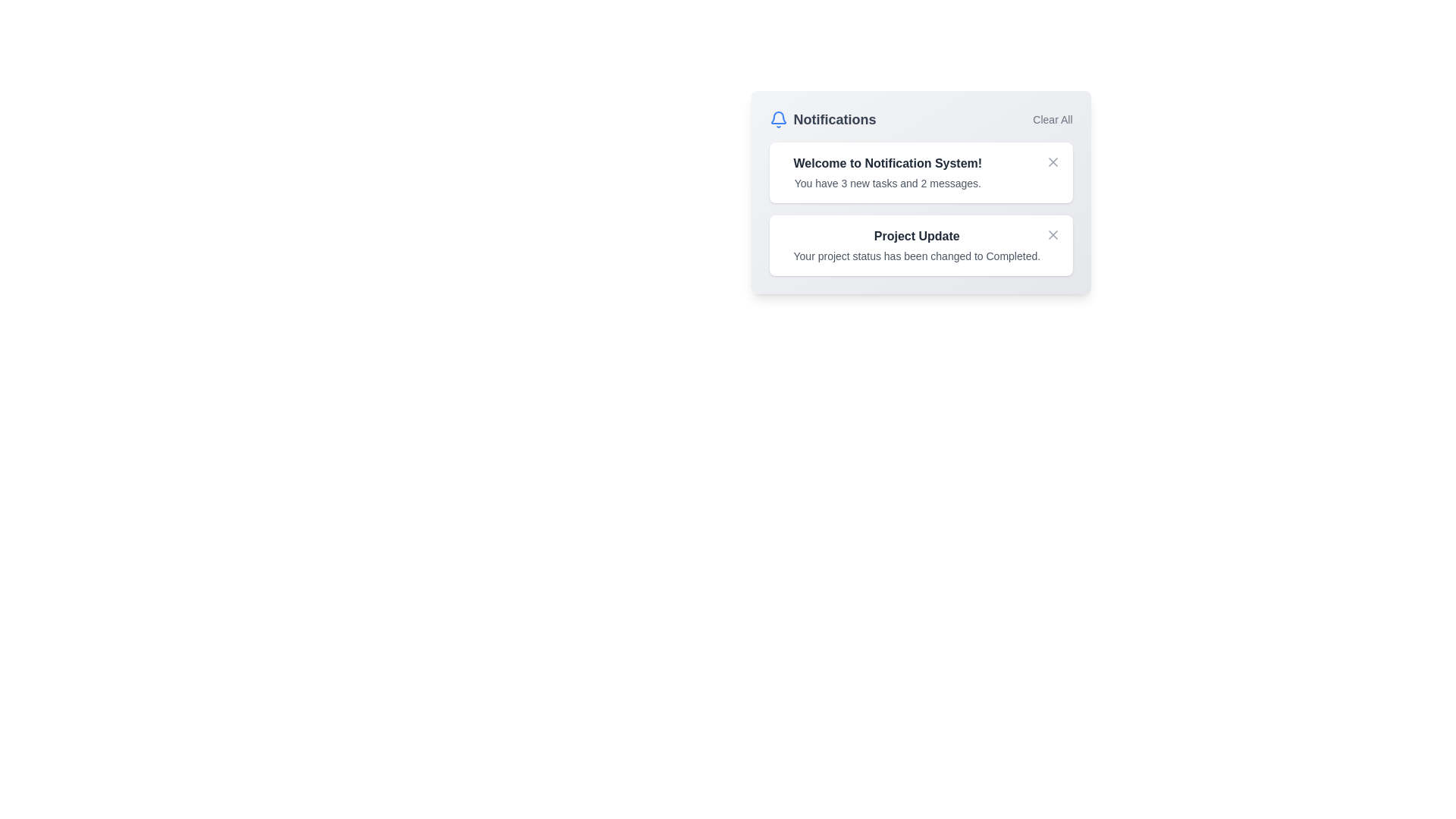 The height and width of the screenshot is (819, 1456). Describe the element at coordinates (833, 119) in the screenshot. I see `the section labeled` at that location.